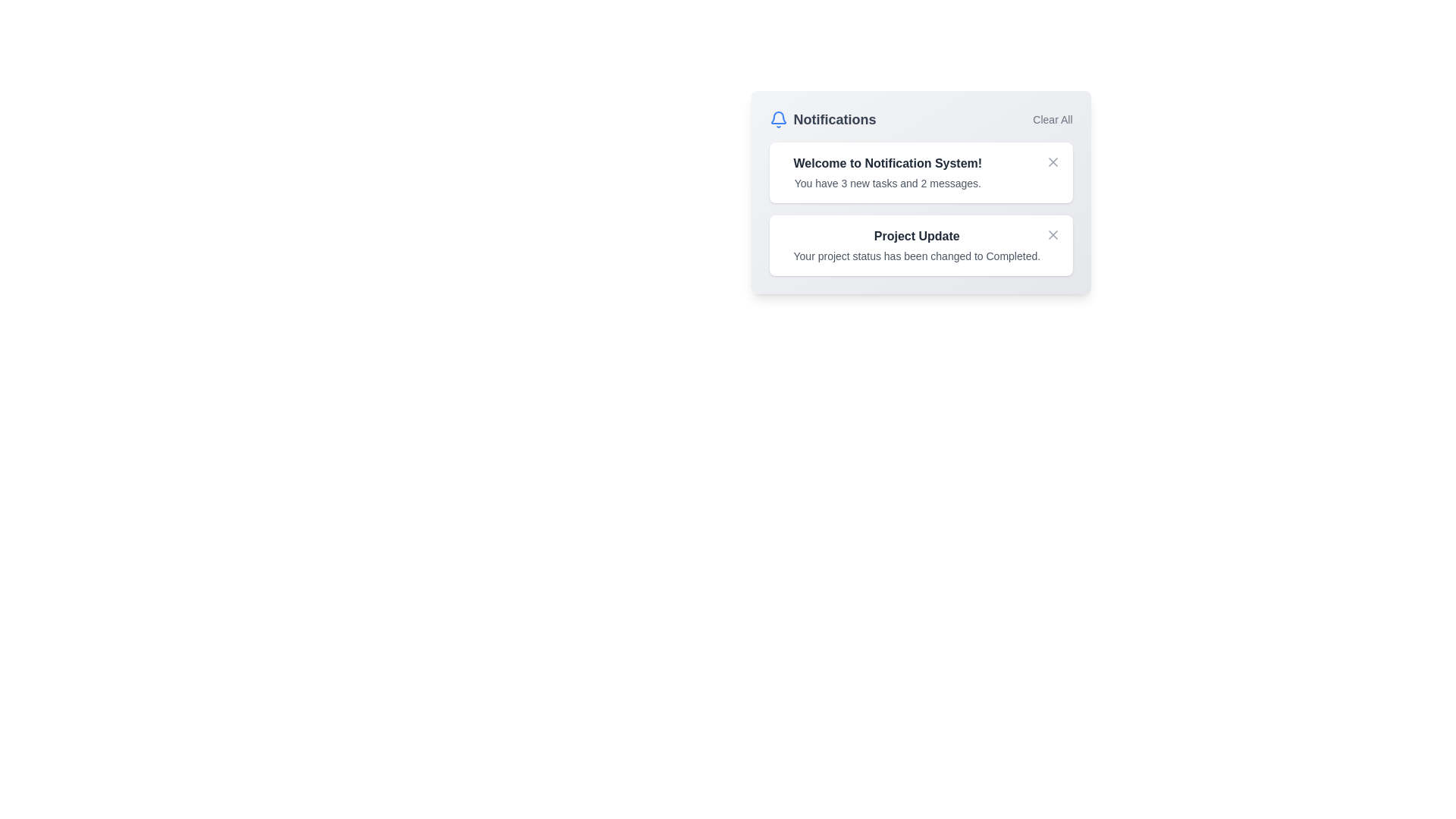 The height and width of the screenshot is (819, 1456). Describe the element at coordinates (833, 119) in the screenshot. I see `the section labeled` at that location.